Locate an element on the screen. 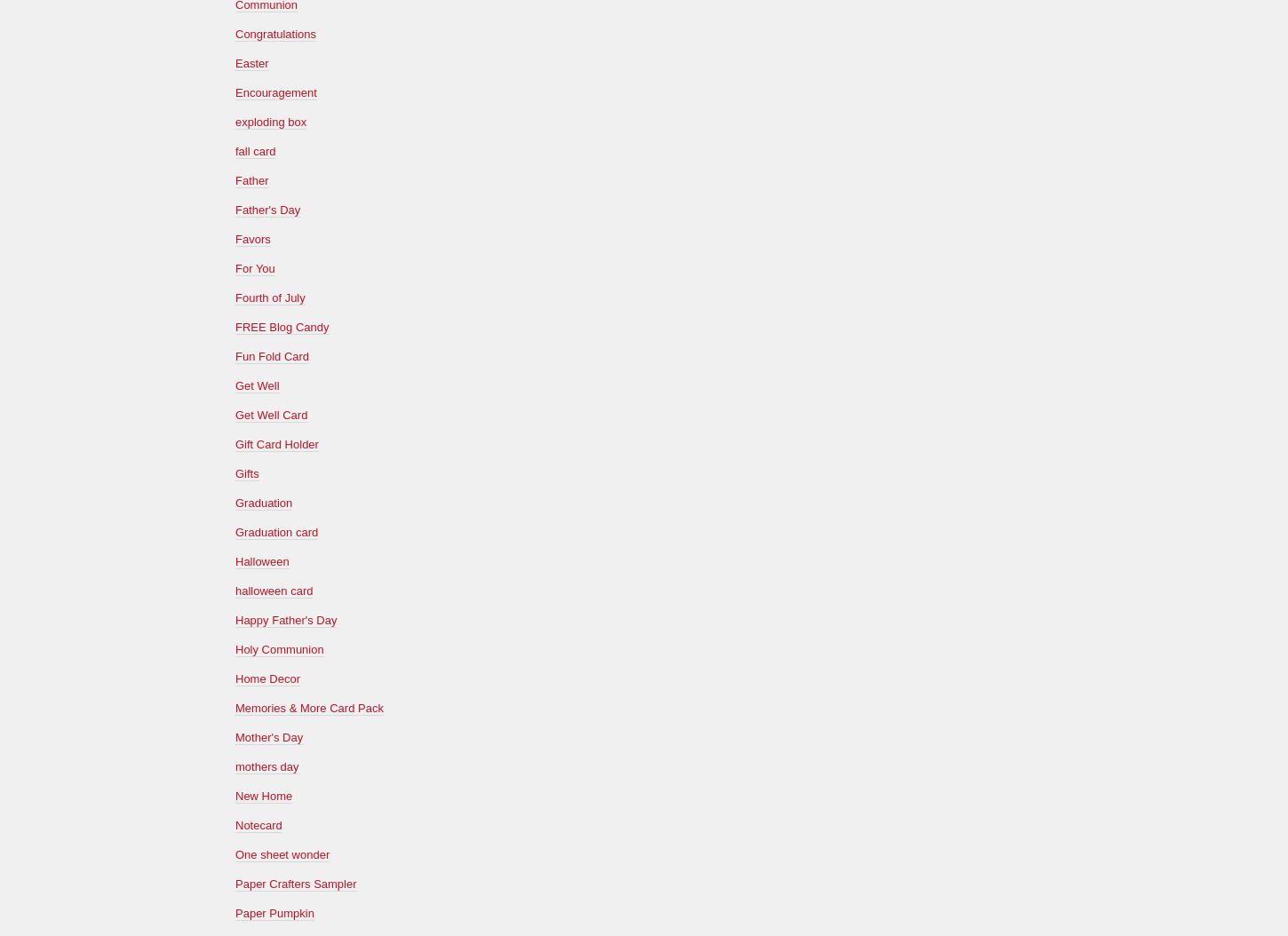 The height and width of the screenshot is (936, 1288). 'Gifts' is located at coordinates (246, 472).